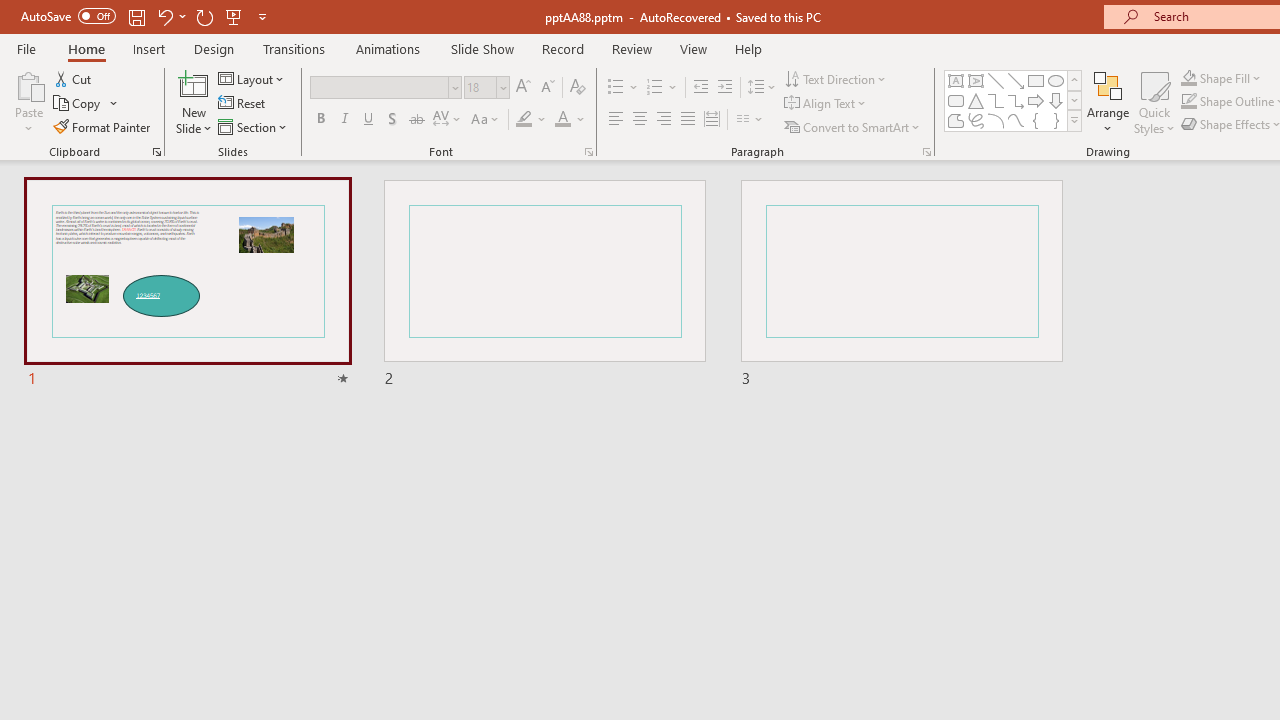 The width and height of the screenshot is (1280, 720). Describe the element at coordinates (547, 86) in the screenshot. I see `'Decrease Font Size'` at that location.